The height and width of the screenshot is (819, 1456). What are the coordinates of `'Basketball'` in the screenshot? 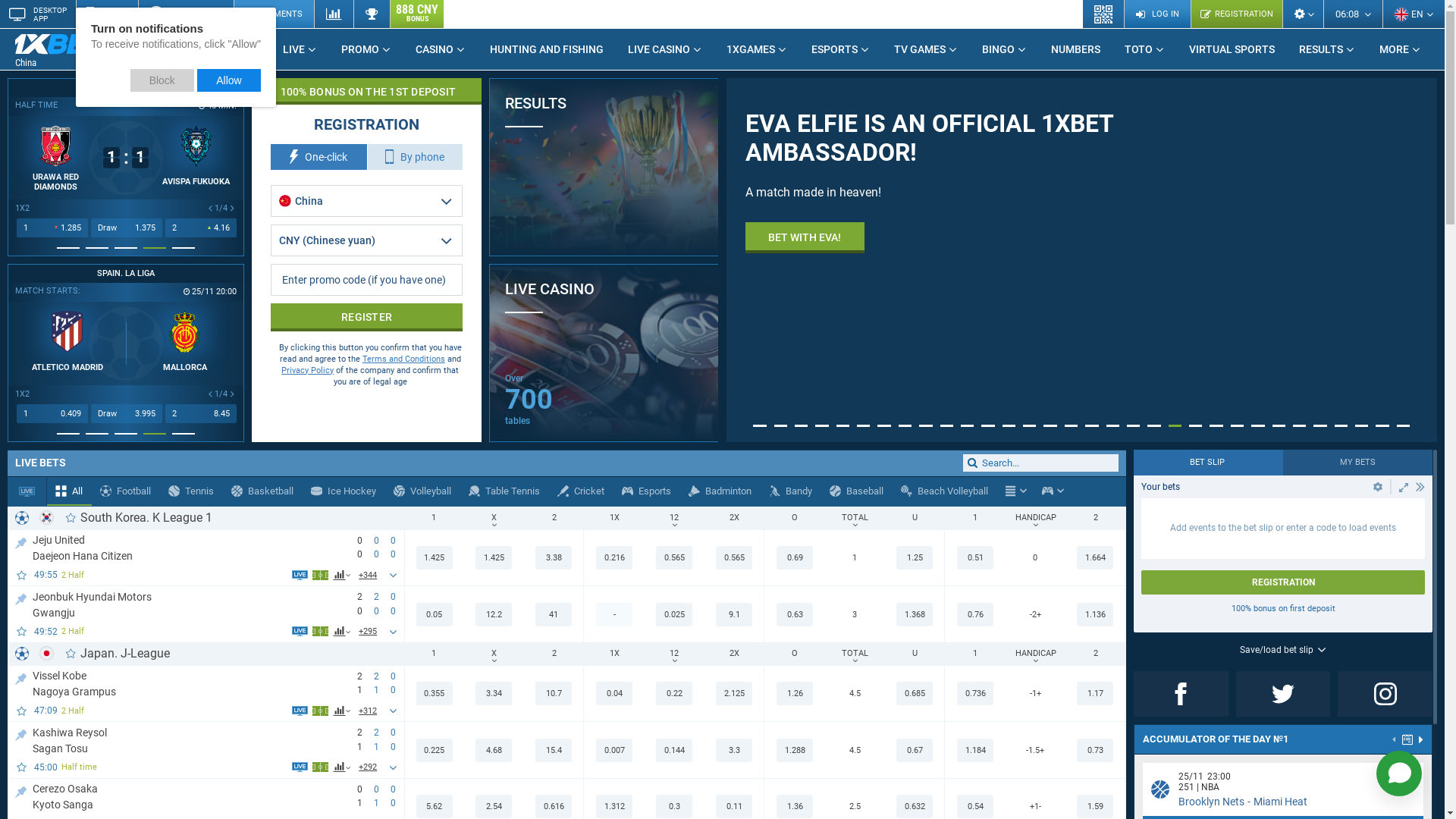 It's located at (262, 491).